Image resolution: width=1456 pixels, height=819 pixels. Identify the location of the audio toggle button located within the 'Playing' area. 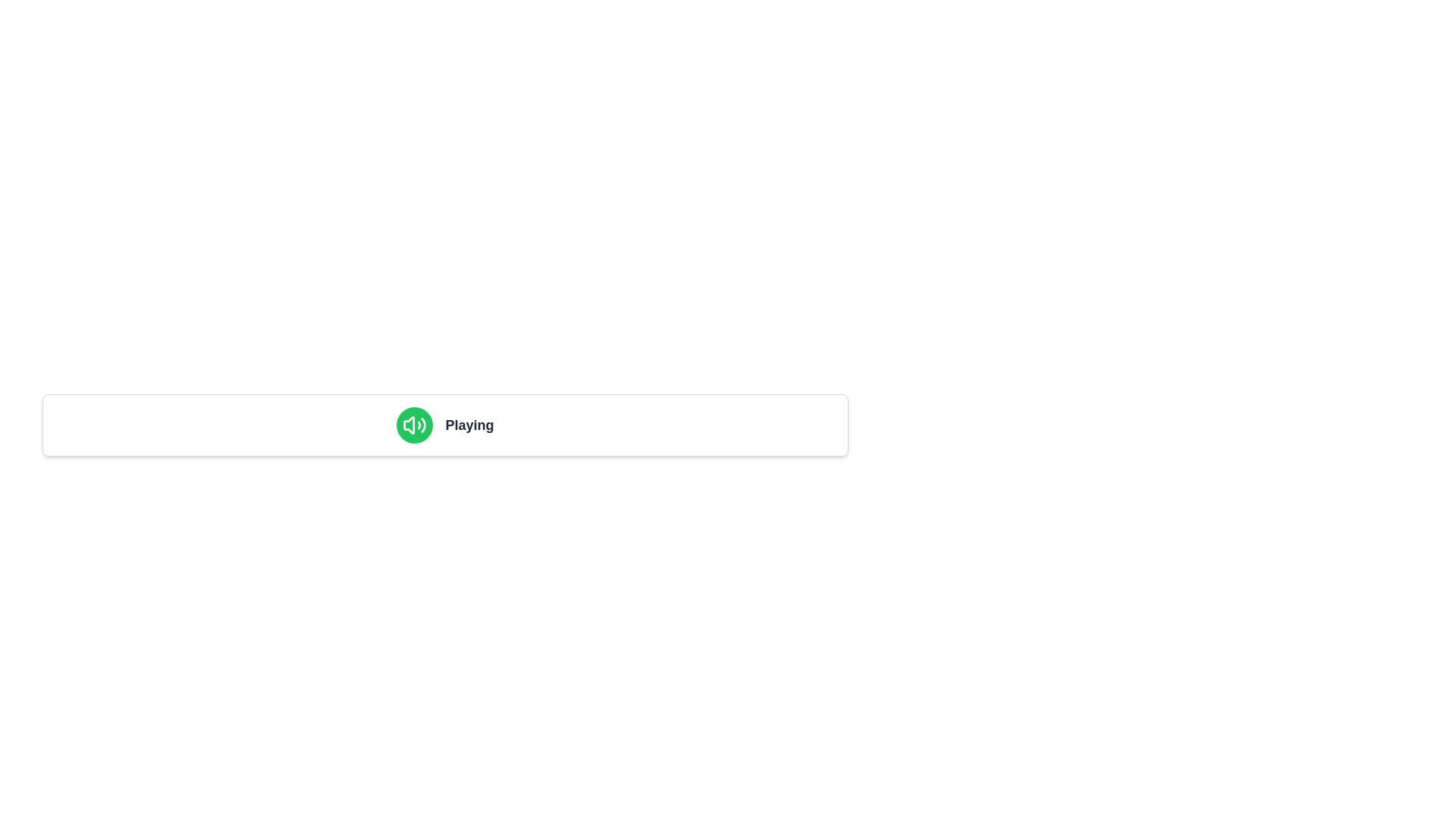
(415, 425).